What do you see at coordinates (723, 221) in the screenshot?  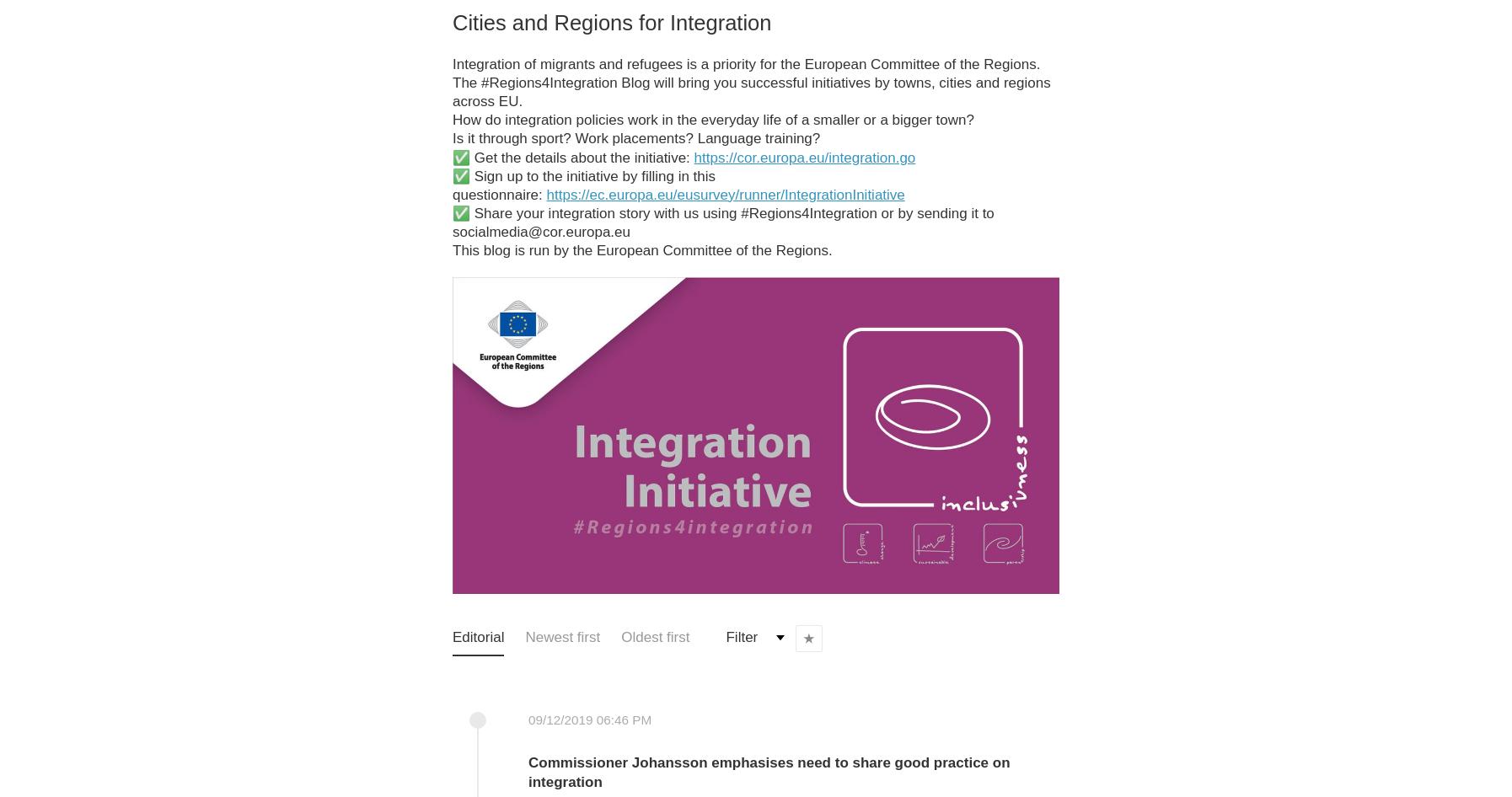 I see `'✅ Share your integration story with us using #Regions4Integration or by sending it to socialmedia@cor.europa.eu'` at bounding box center [723, 221].